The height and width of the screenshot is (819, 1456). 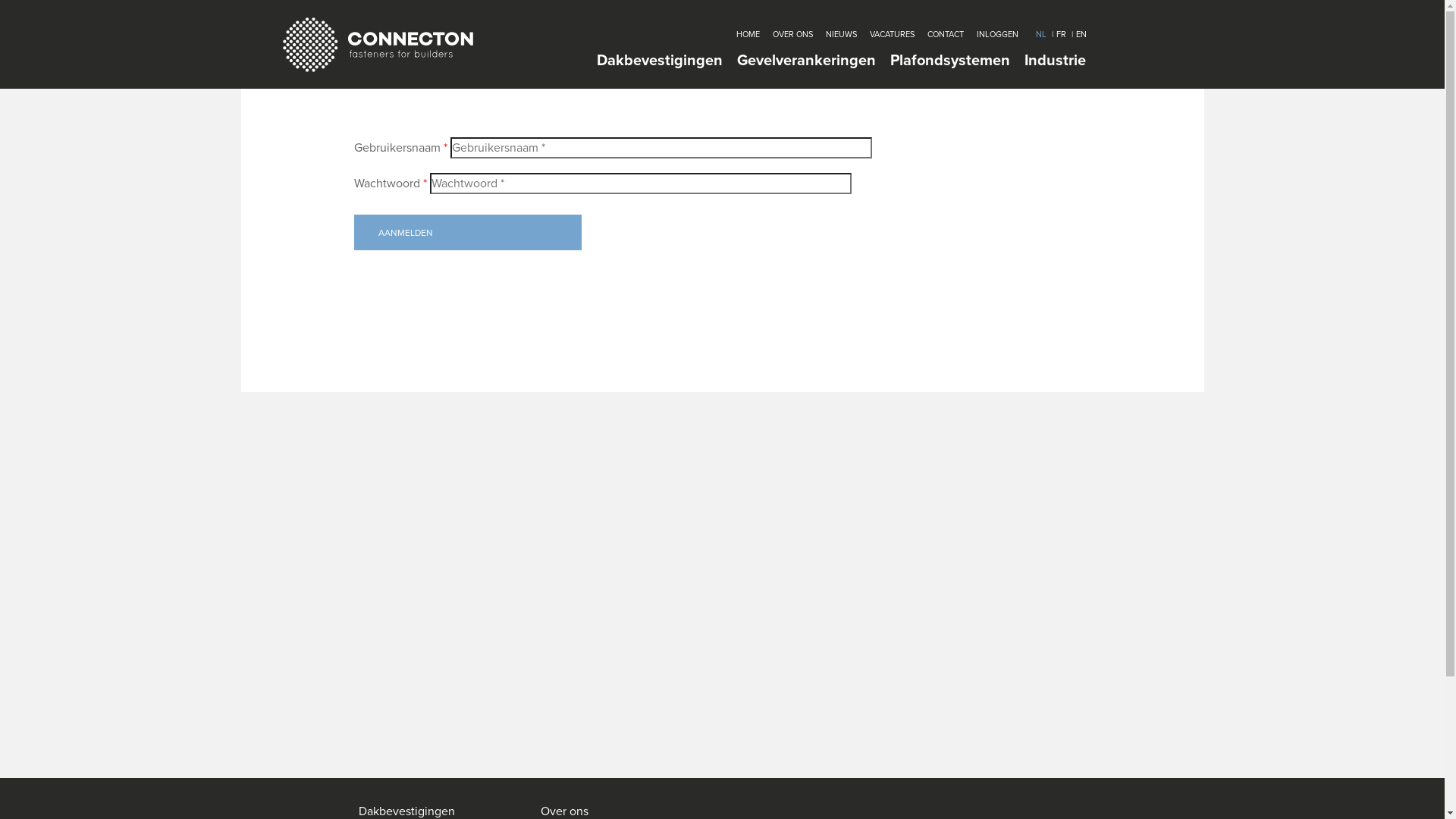 I want to click on 'Dakbevestigingen', so click(x=658, y=60).